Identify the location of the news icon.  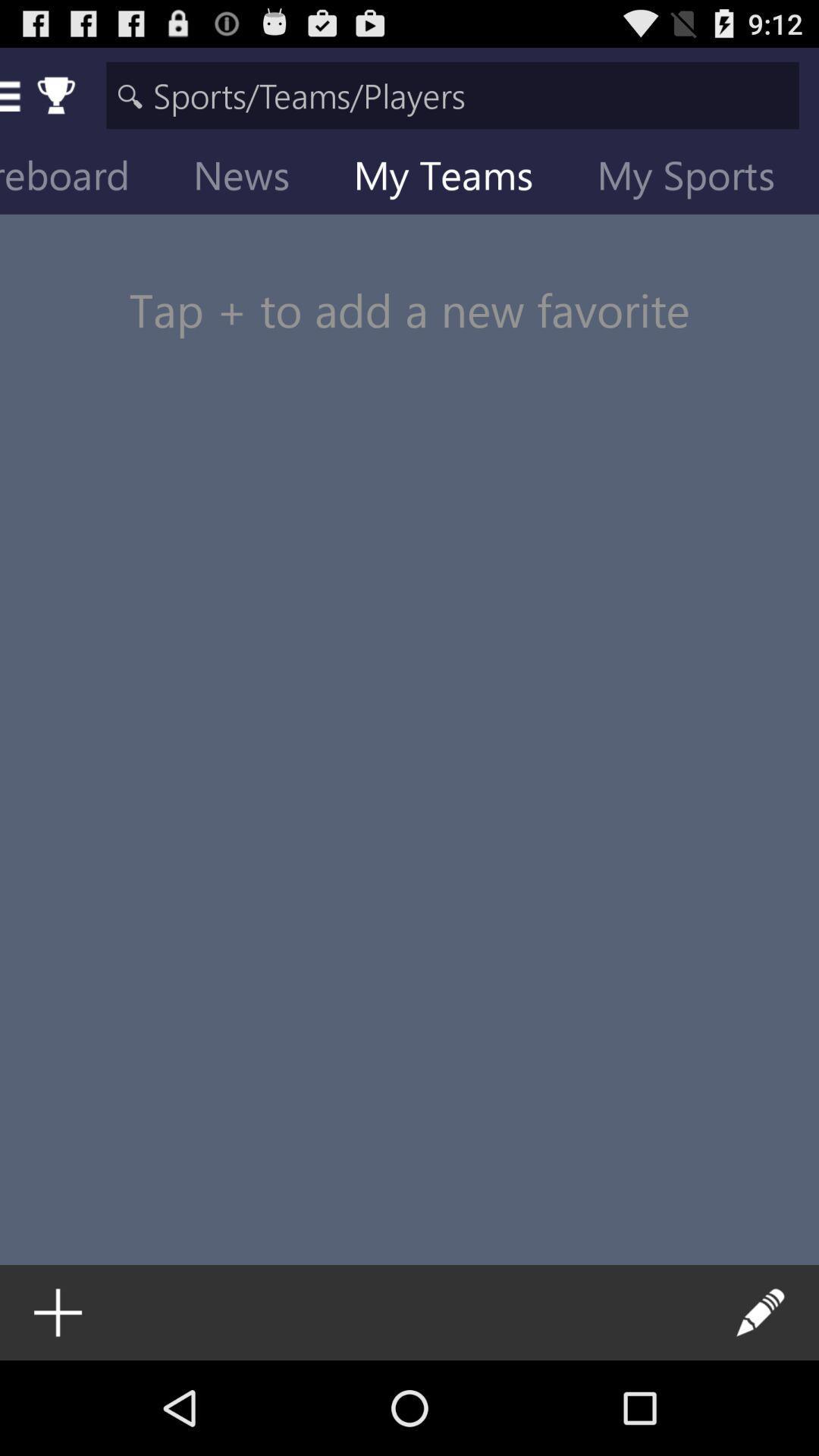
(253, 178).